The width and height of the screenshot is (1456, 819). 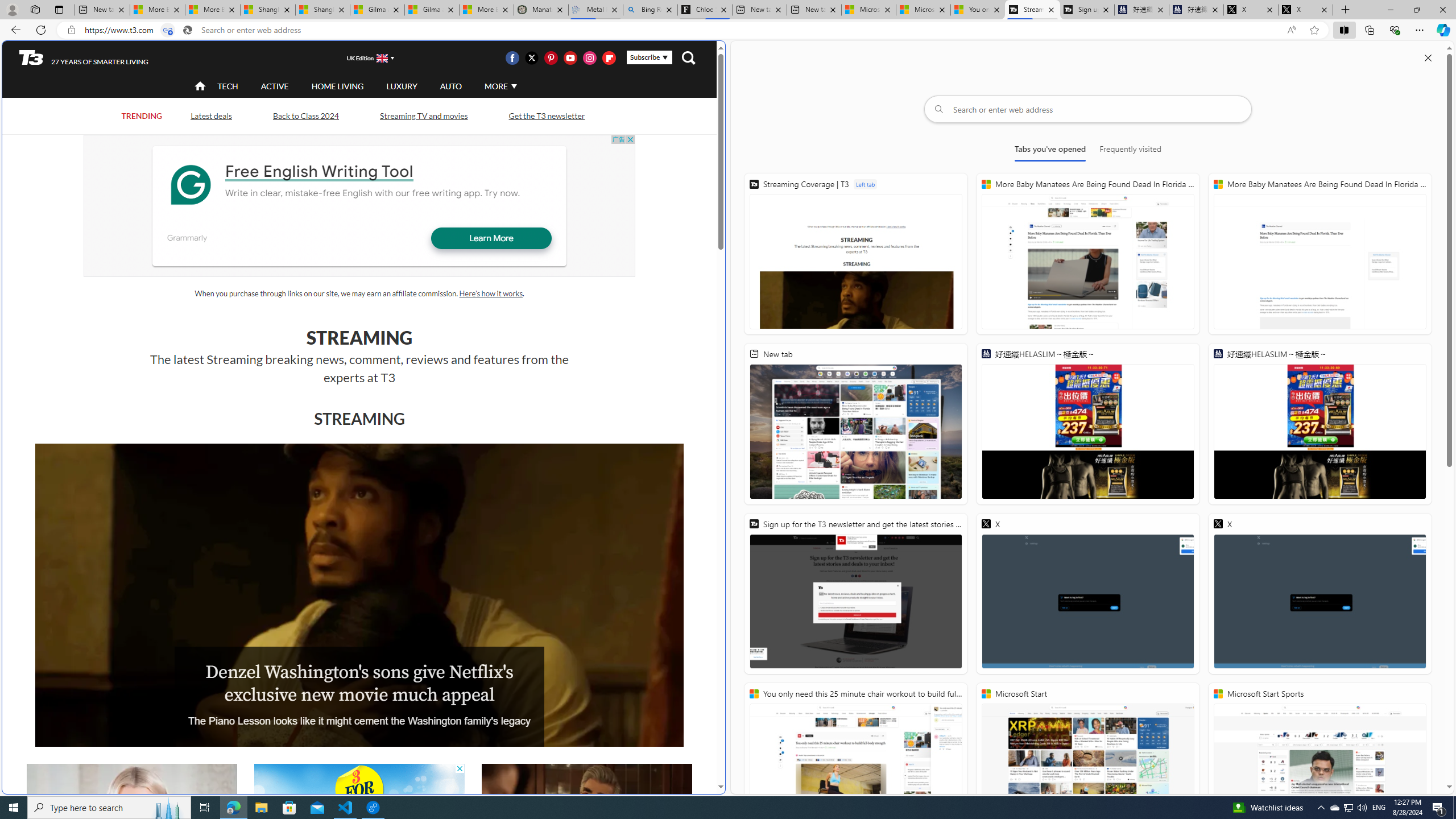 What do you see at coordinates (531, 57) in the screenshot?
I see `'Visit us on Twitter'` at bounding box center [531, 57].